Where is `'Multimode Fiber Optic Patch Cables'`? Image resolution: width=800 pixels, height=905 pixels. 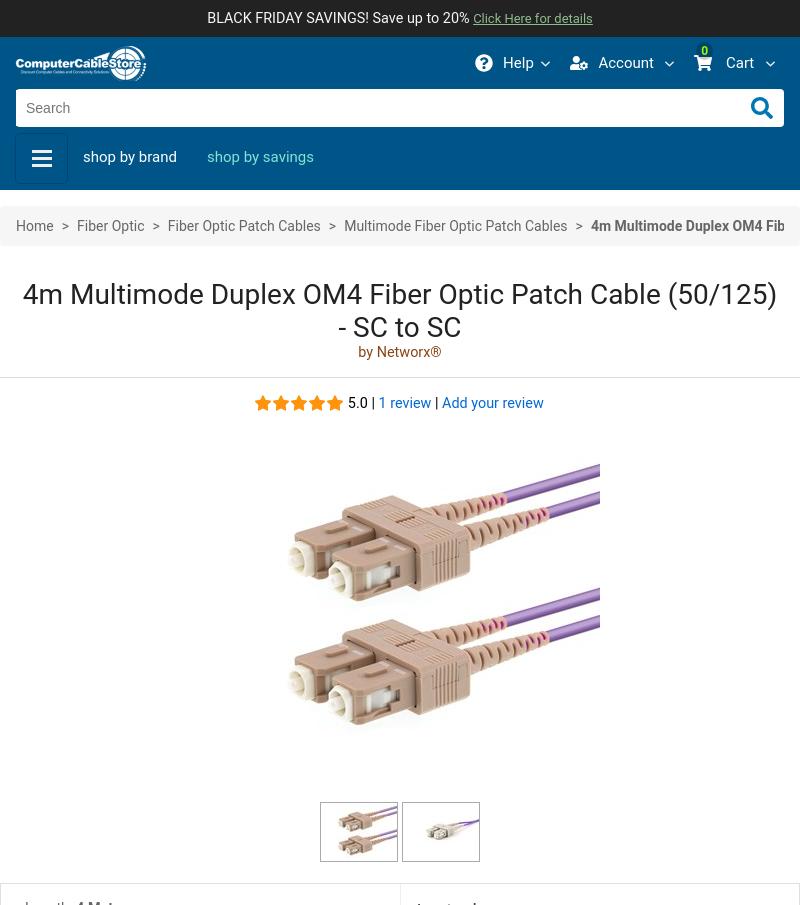 'Multimode Fiber Optic Patch Cables' is located at coordinates (344, 224).